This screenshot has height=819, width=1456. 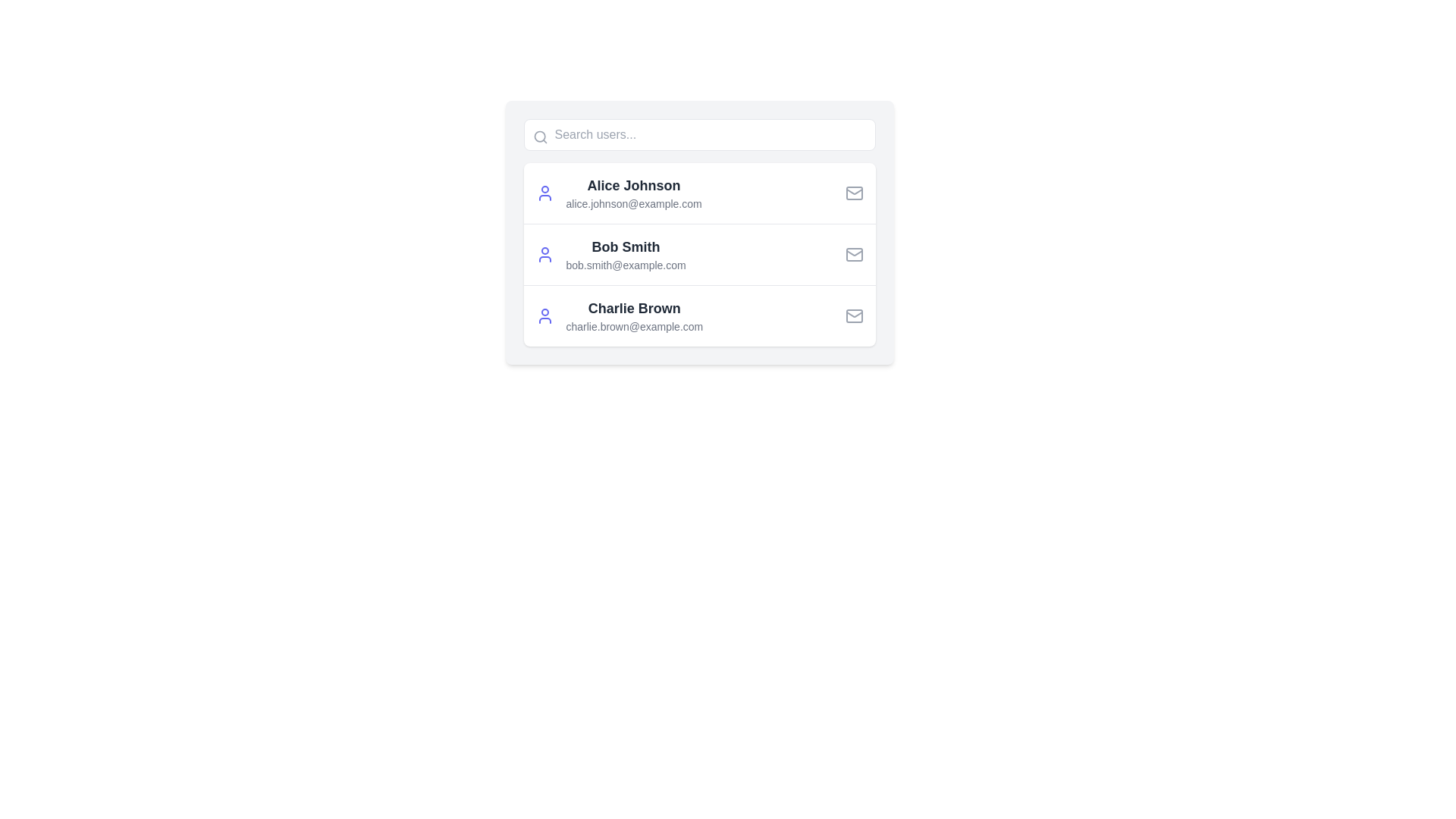 I want to click on the Composite text block containing the bold title 'Bob Smith' and the email address 'bob.smith@example.com', so click(x=626, y=253).